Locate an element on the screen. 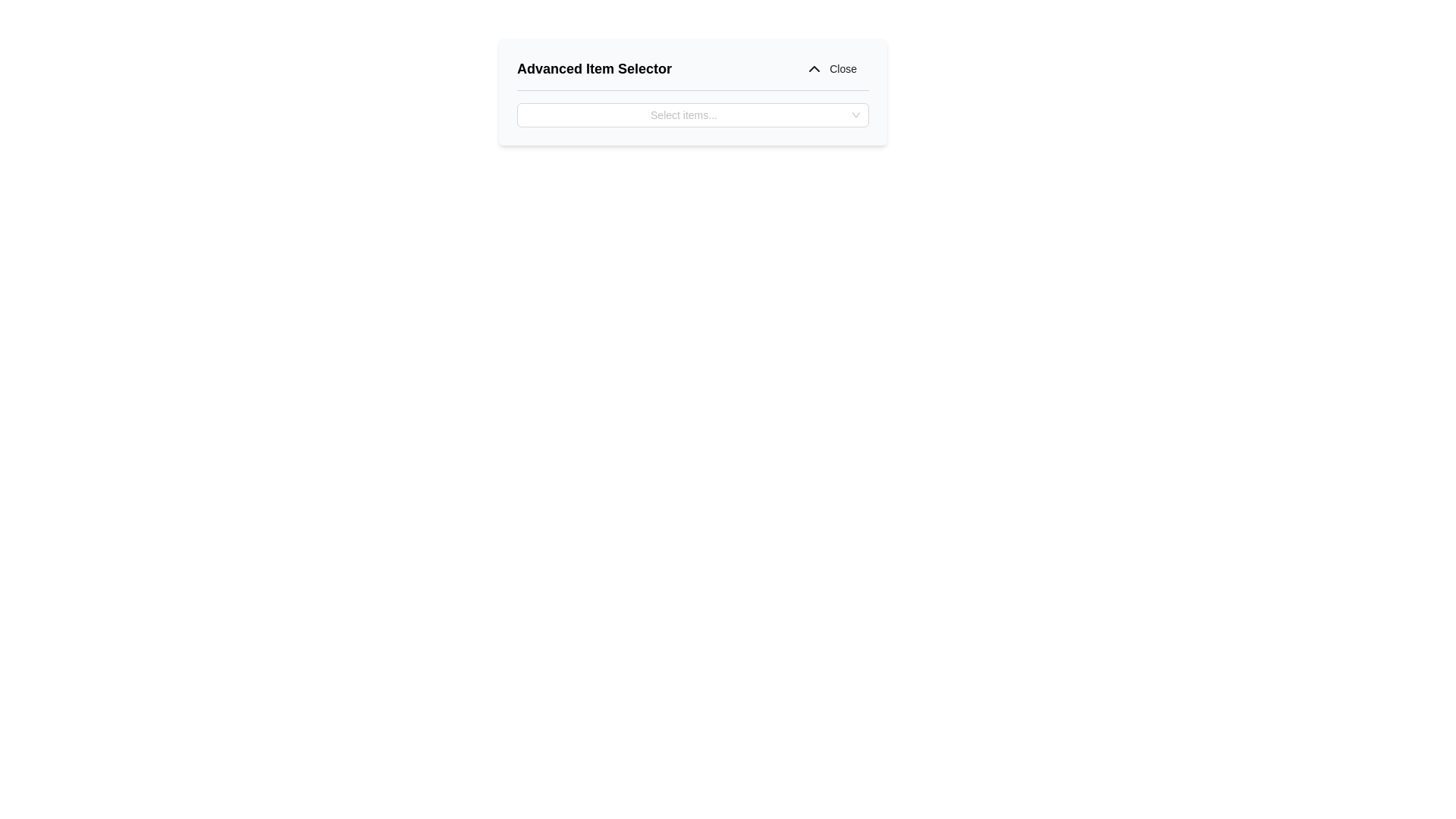 Image resolution: width=1456 pixels, height=819 pixels. the close button located at the top-right corner of the 'Advanced Item Selector' section is located at coordinates (830, 69).